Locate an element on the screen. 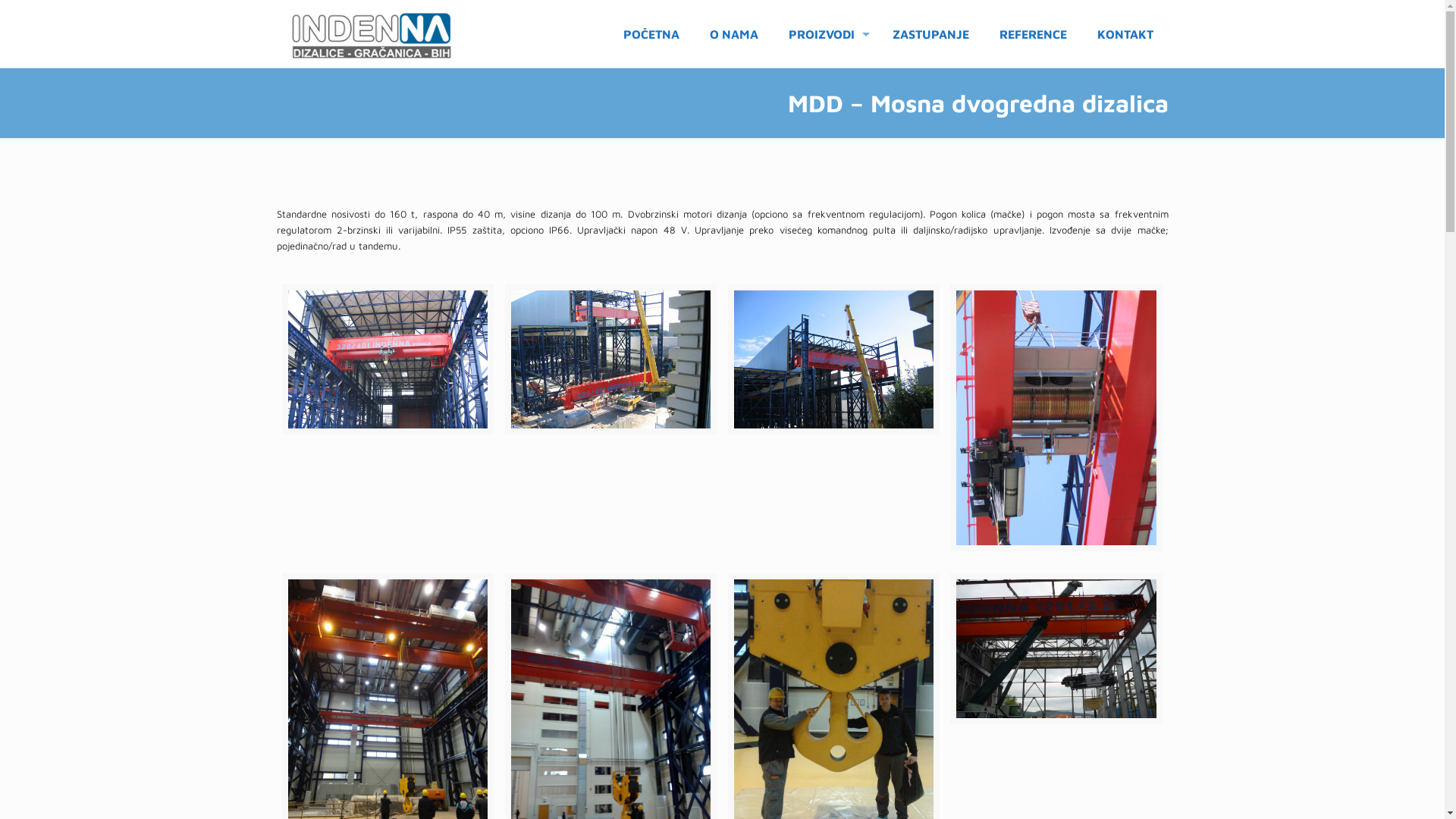 This screenshot has height=819, width=1456. 'O NAMA' is located at coordinates (734, 34).